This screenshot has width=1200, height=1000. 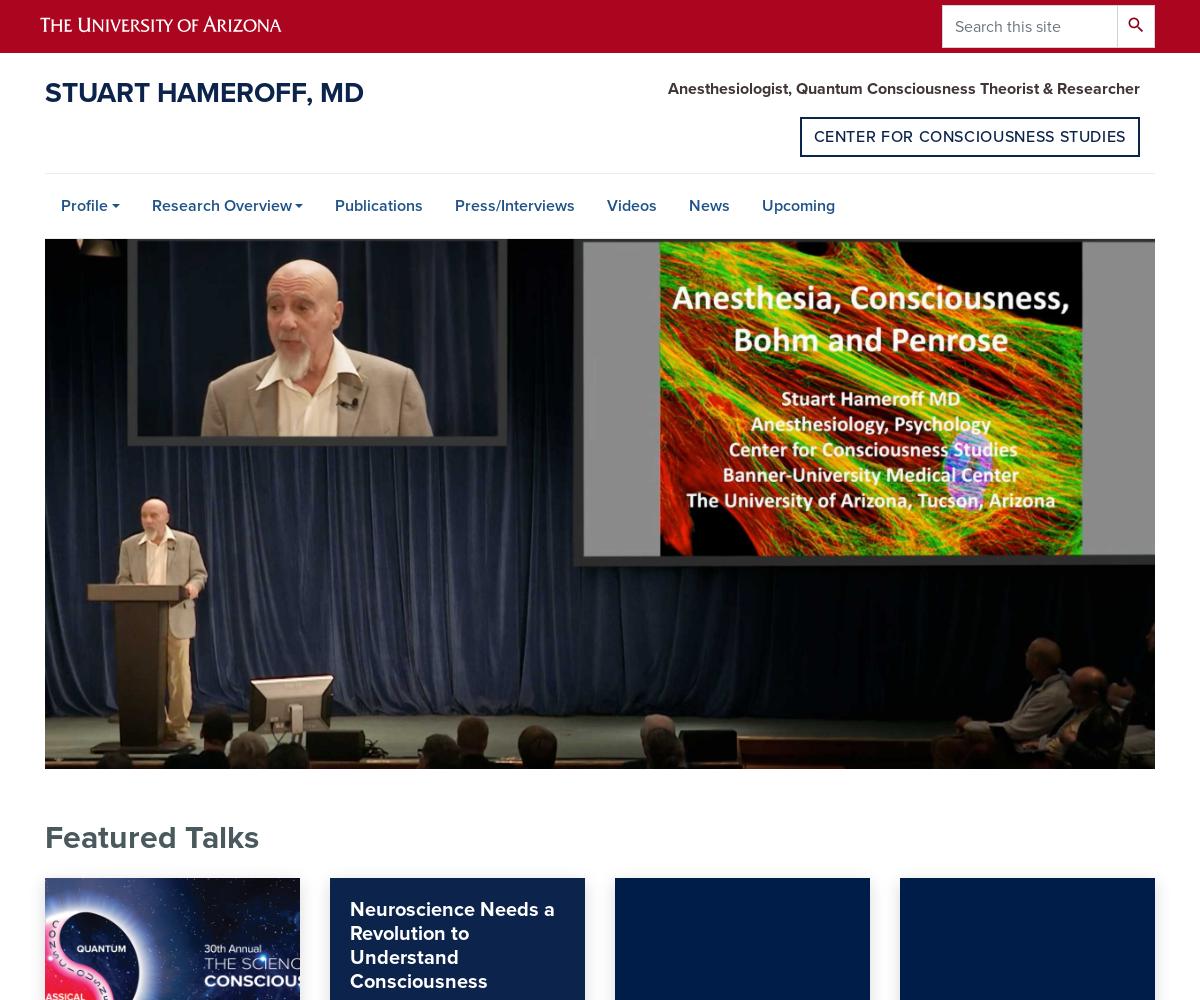 I want to click on 'search', so click(x=1135, y=24).